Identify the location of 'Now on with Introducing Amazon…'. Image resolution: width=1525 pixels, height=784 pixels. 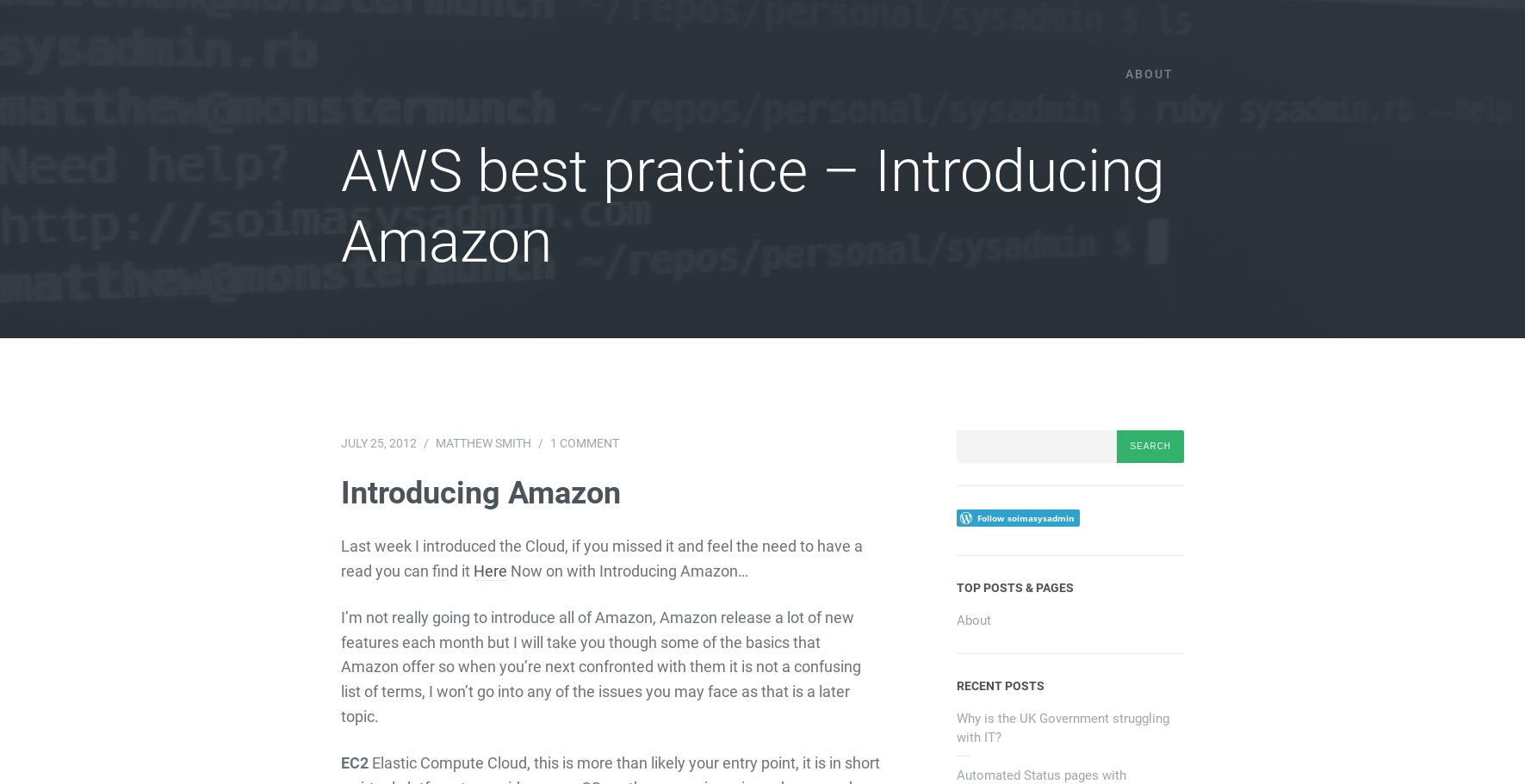
(627, 571).